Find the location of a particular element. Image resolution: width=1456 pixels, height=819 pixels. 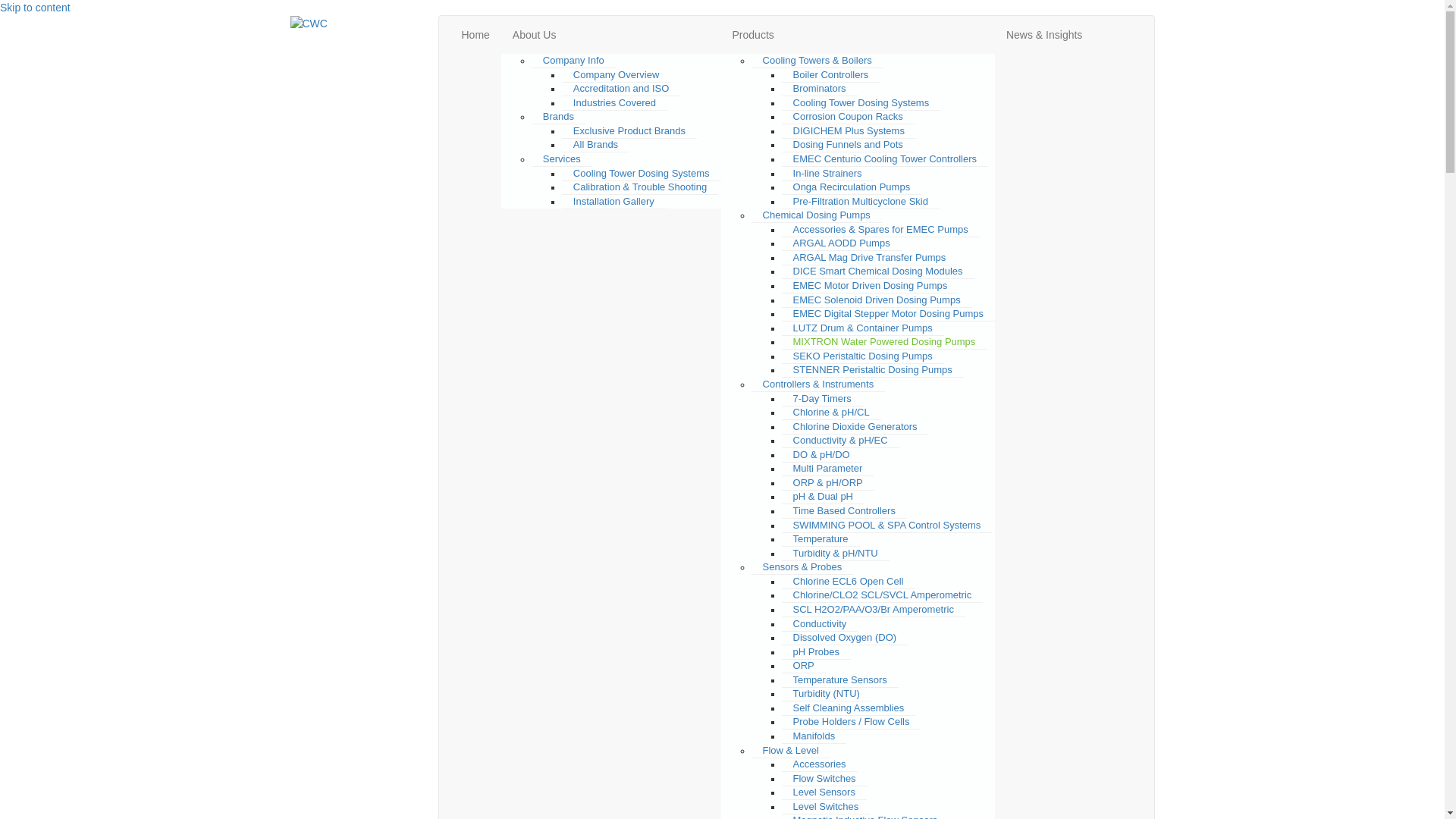

'STENNER Peristaltic Dosing Pumps' is located at coordinates (782, 370).